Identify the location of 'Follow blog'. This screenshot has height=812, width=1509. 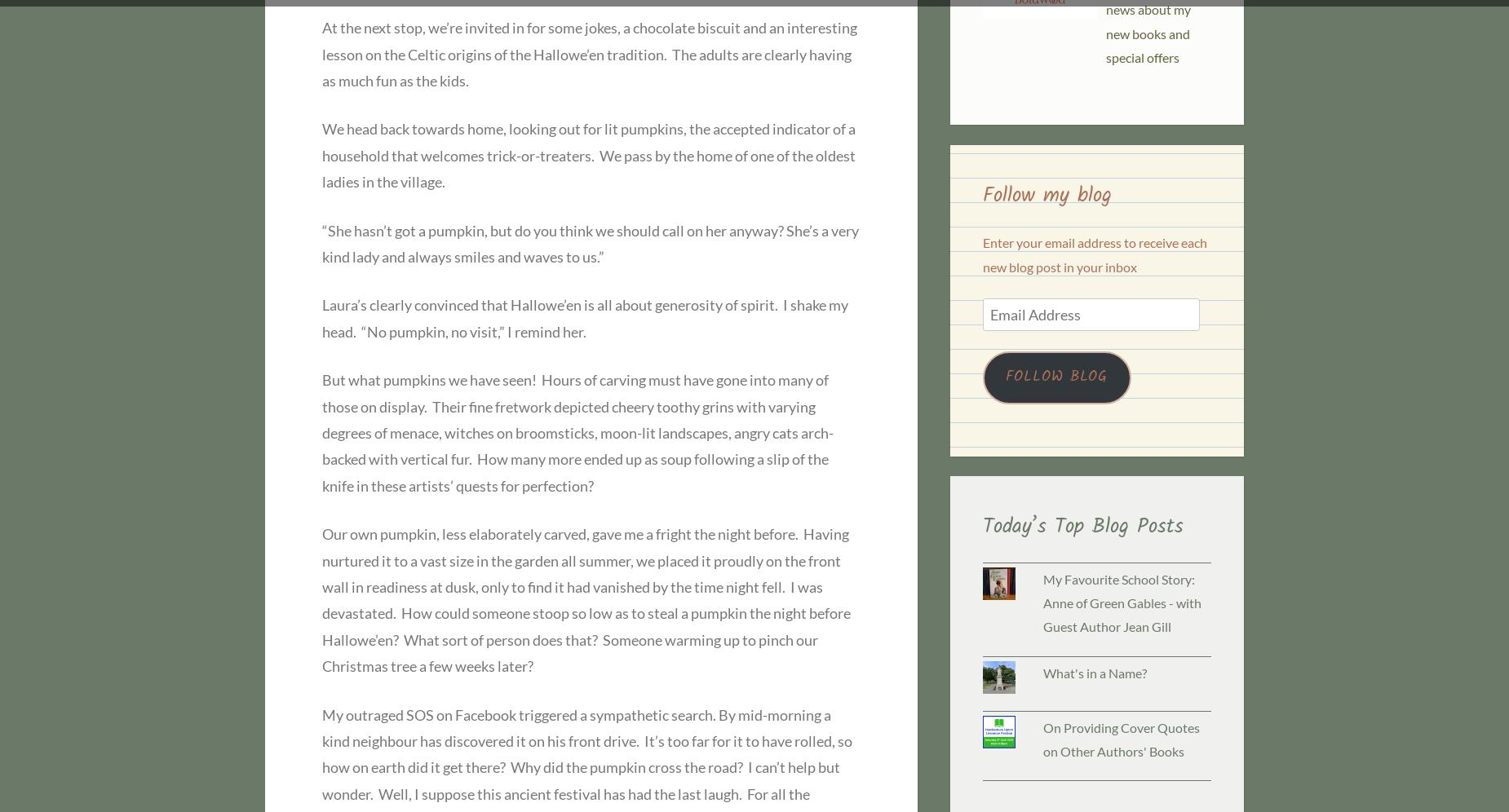
(1005, 375).